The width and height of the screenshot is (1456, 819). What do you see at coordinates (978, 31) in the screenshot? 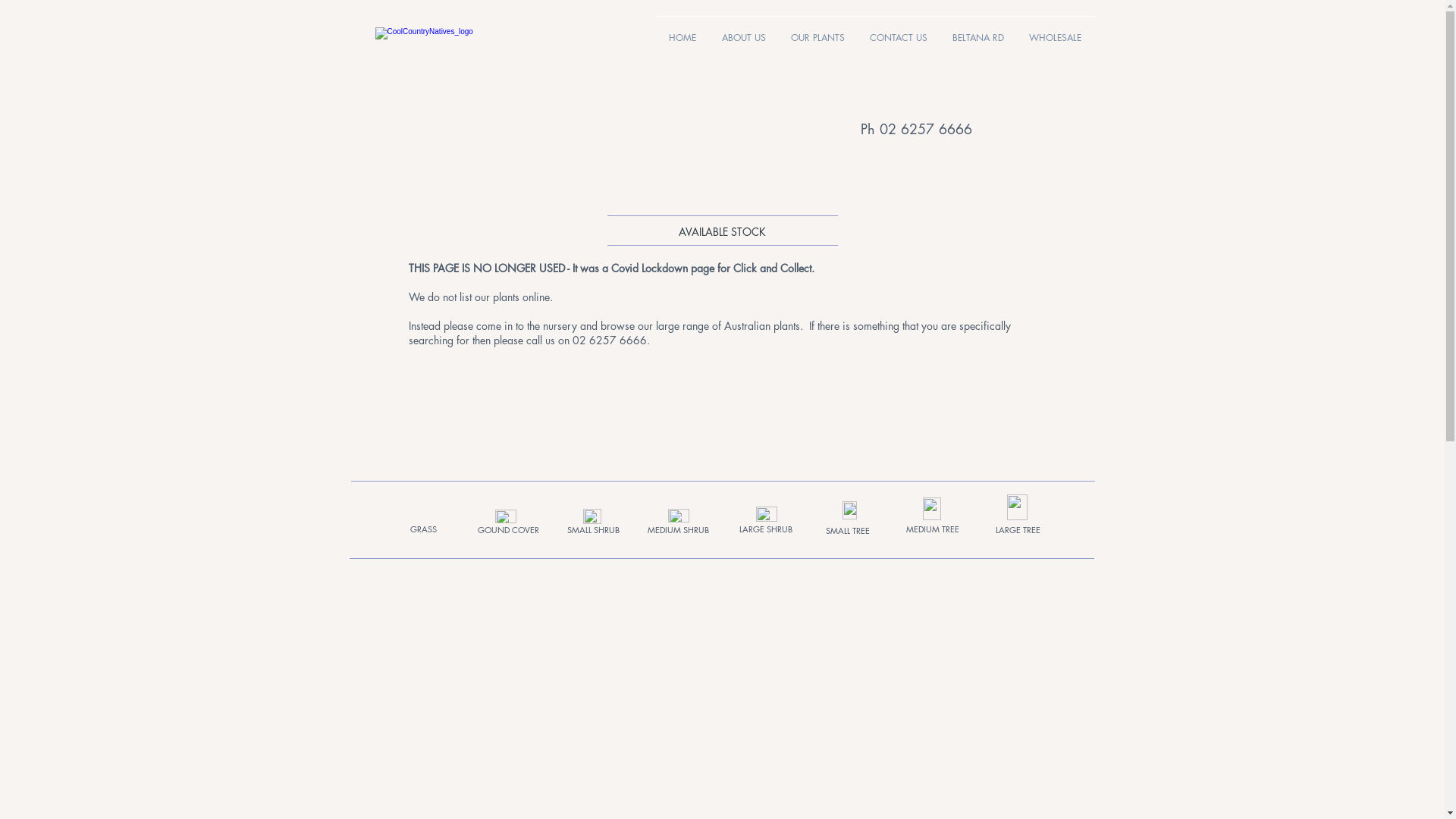
I see `'BELTANA RD'` at bounding box center [978, 31].